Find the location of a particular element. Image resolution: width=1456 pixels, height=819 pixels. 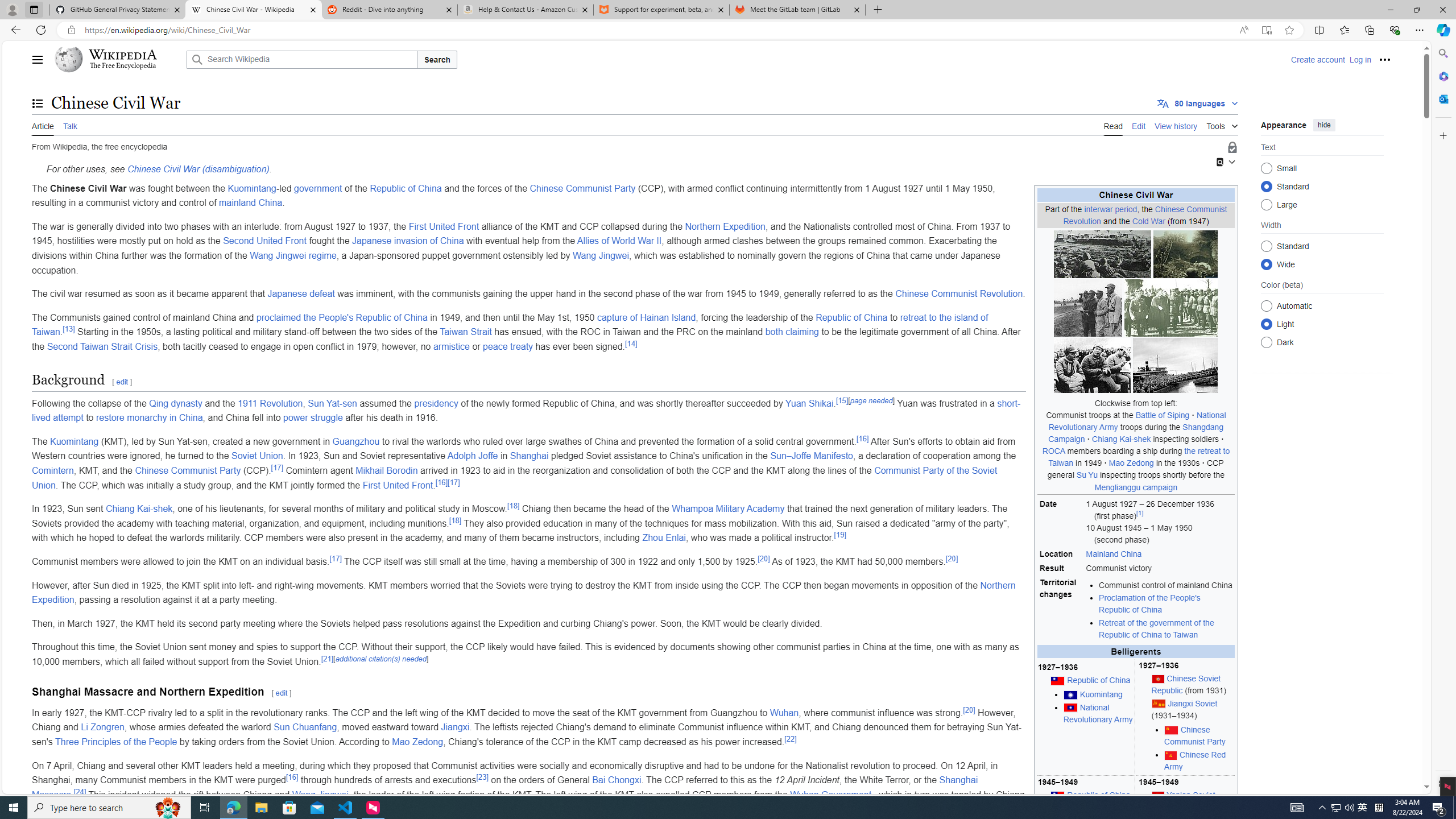

'Retreat of the government of the Republic of China to Taiwan' is located at coordinates (1156, 628).